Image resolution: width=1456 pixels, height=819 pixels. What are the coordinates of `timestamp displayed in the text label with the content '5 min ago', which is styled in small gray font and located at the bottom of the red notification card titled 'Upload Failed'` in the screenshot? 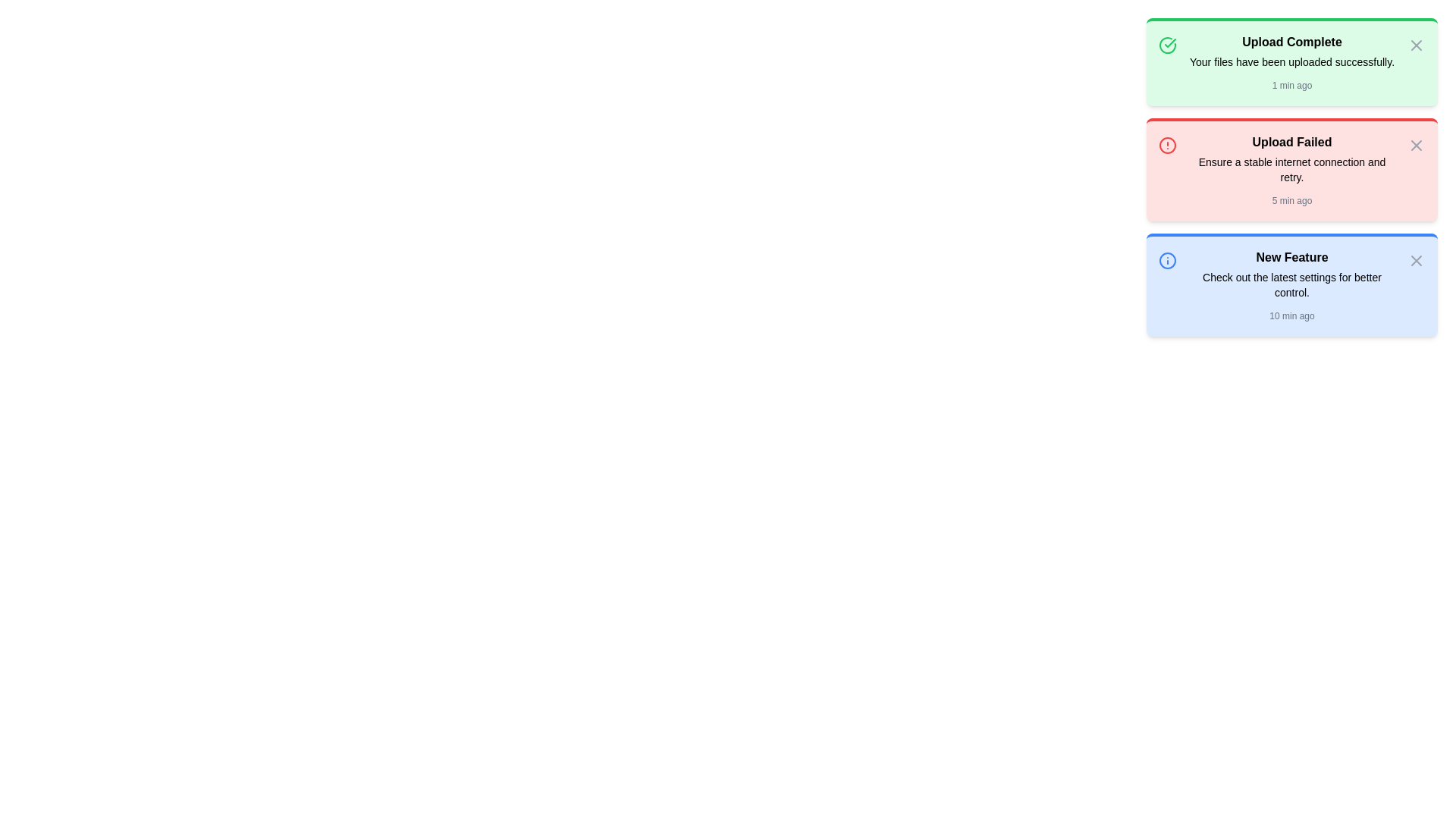 It's located at (1291, 200).